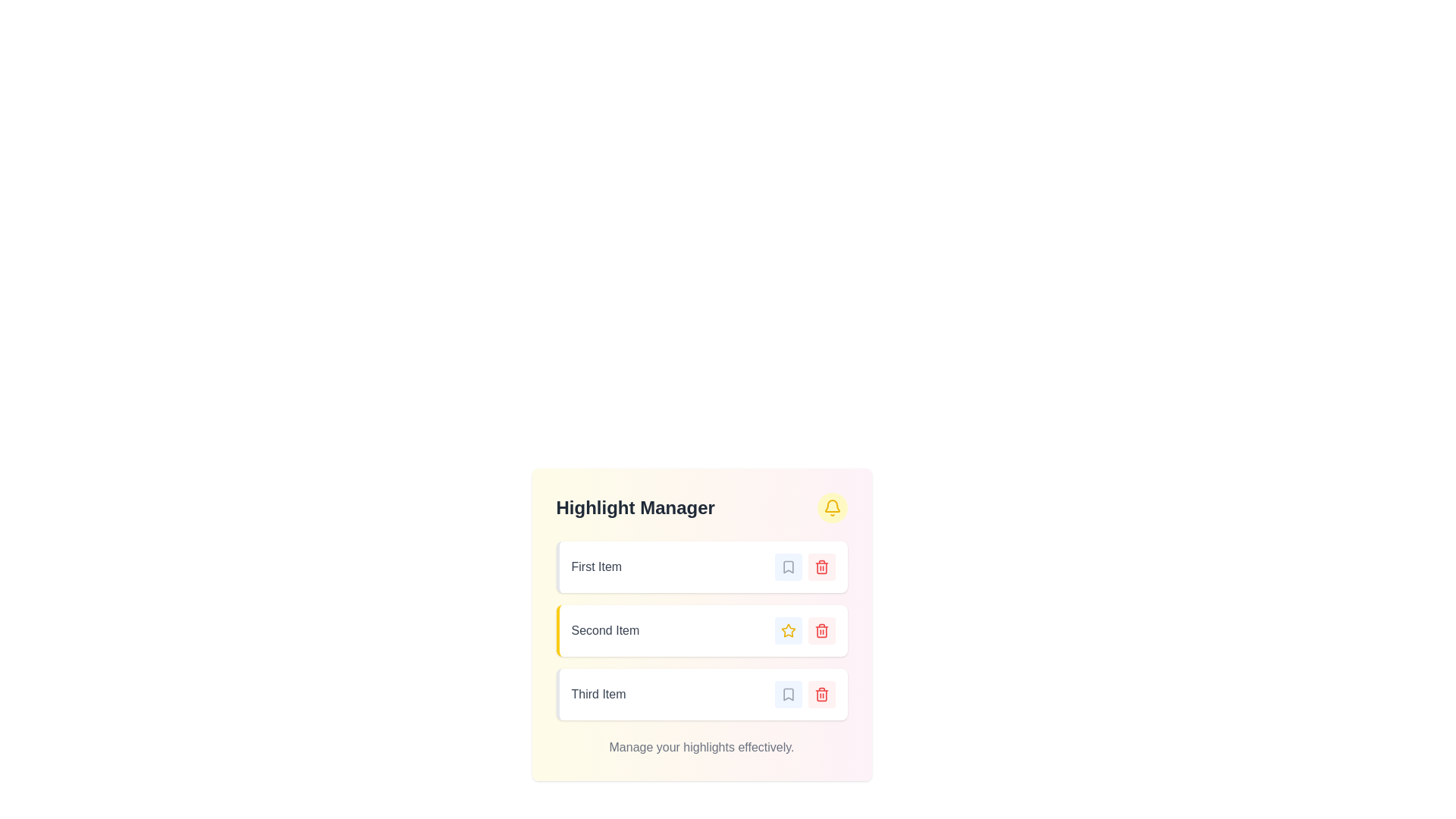 The height and width of the screenshot is (819, 1456). Describe the element at coordinates (604, 631) in the screenshot. I see `the second text label in the 'Highlight Manager' interface, which identifies the second item in a vertical list` at that location.